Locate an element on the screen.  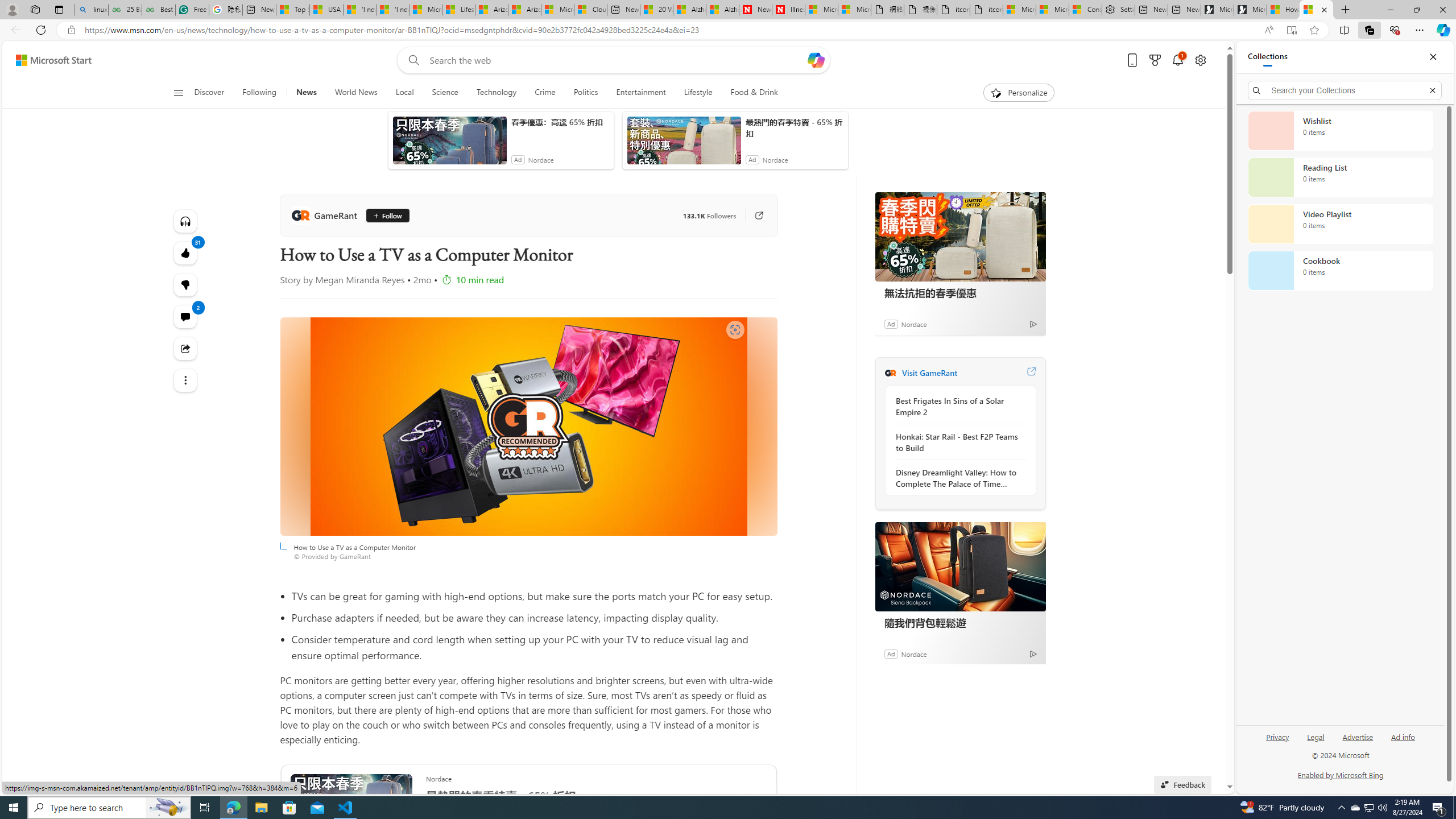
'Dislike' is located at coordinates (185, 285).